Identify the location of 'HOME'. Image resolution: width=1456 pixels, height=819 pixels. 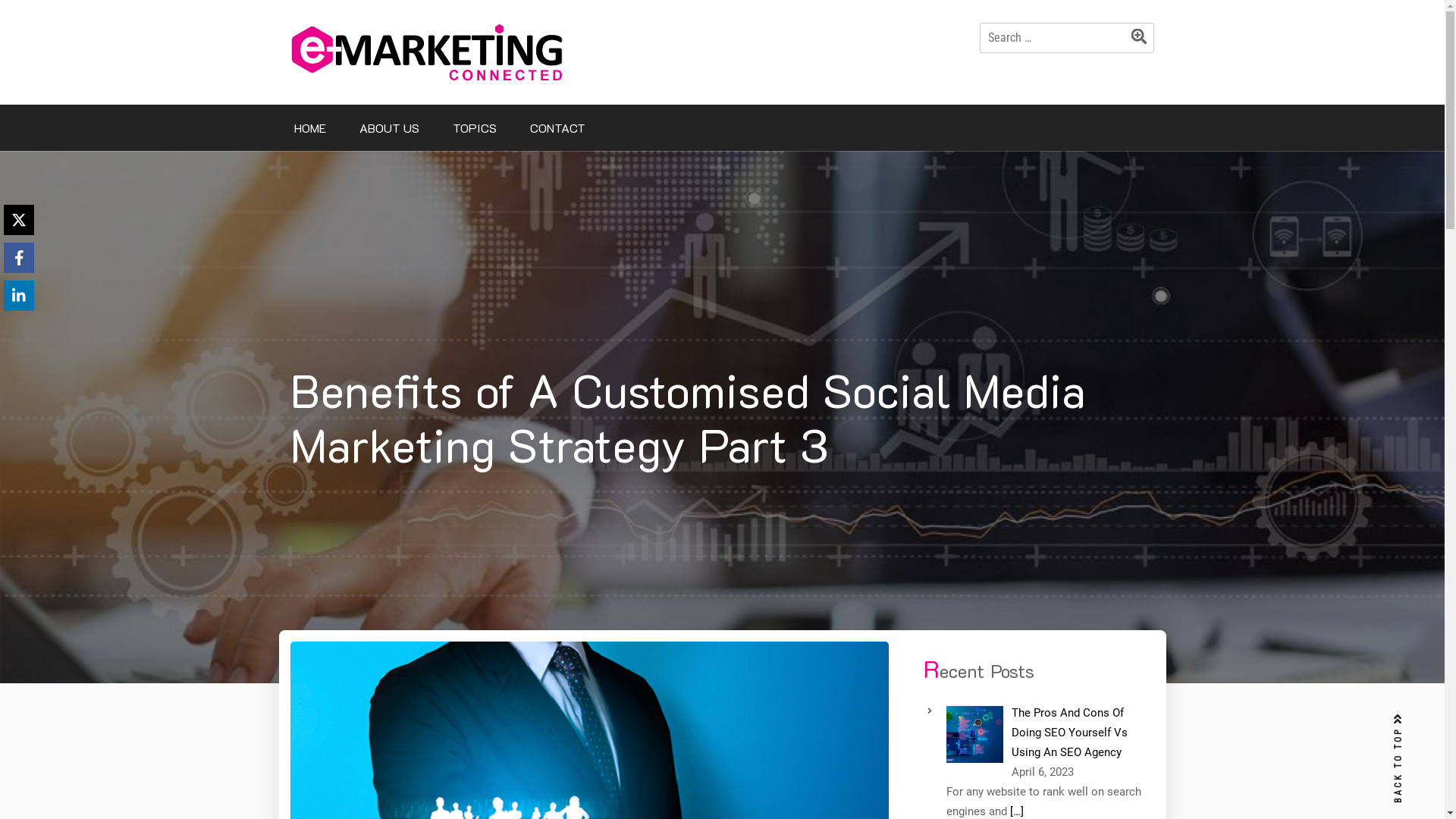
(309, 127).